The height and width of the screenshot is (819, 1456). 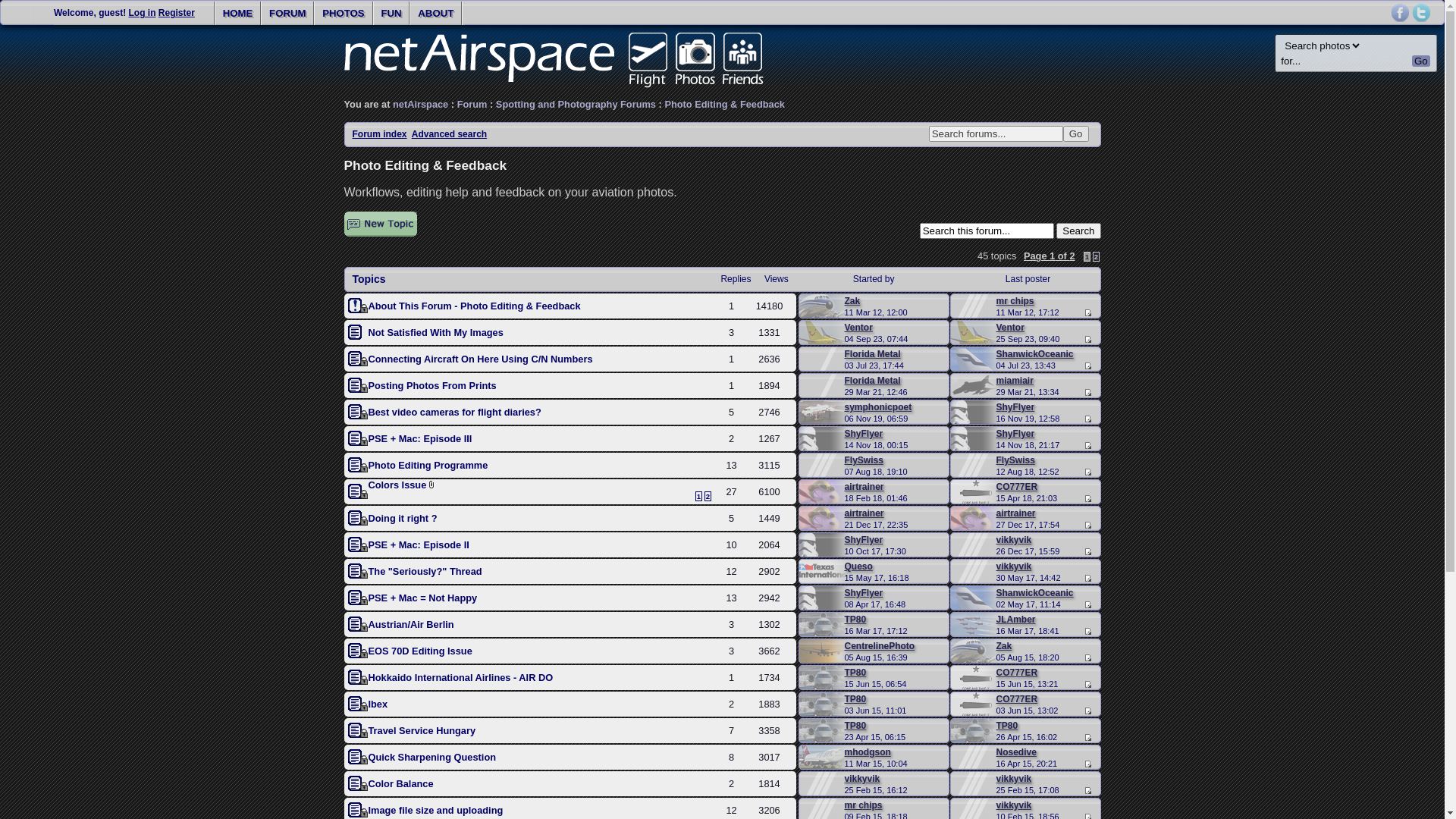 What do you see at coordinates (435, 13) in the screenshot?
I see `'ABOUT'` at bounding box center [435, 13].